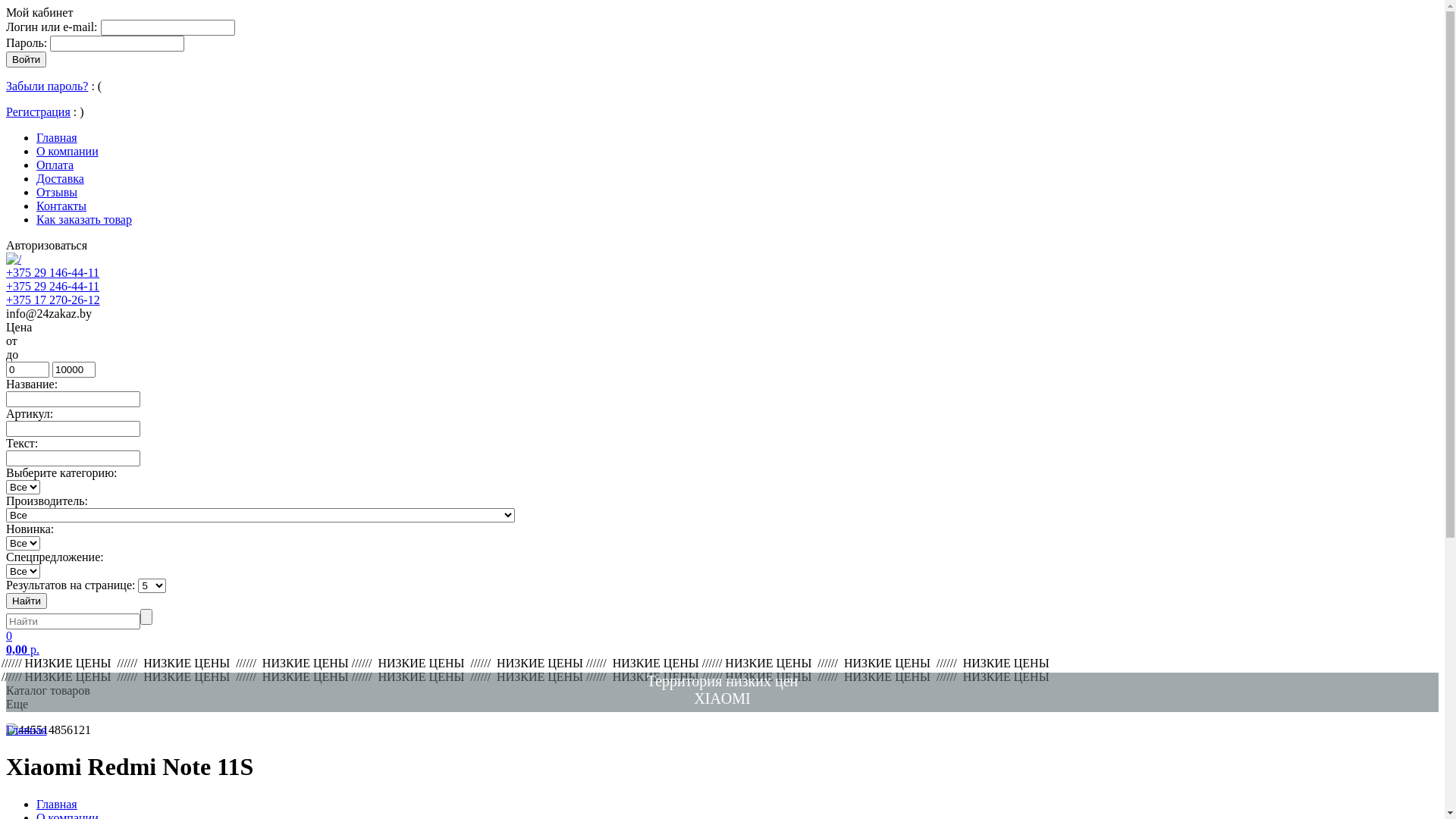  Describe the element at coordinates (6, 300) in the screenshot. I see `'+375 17 270-26-12'` at that location.